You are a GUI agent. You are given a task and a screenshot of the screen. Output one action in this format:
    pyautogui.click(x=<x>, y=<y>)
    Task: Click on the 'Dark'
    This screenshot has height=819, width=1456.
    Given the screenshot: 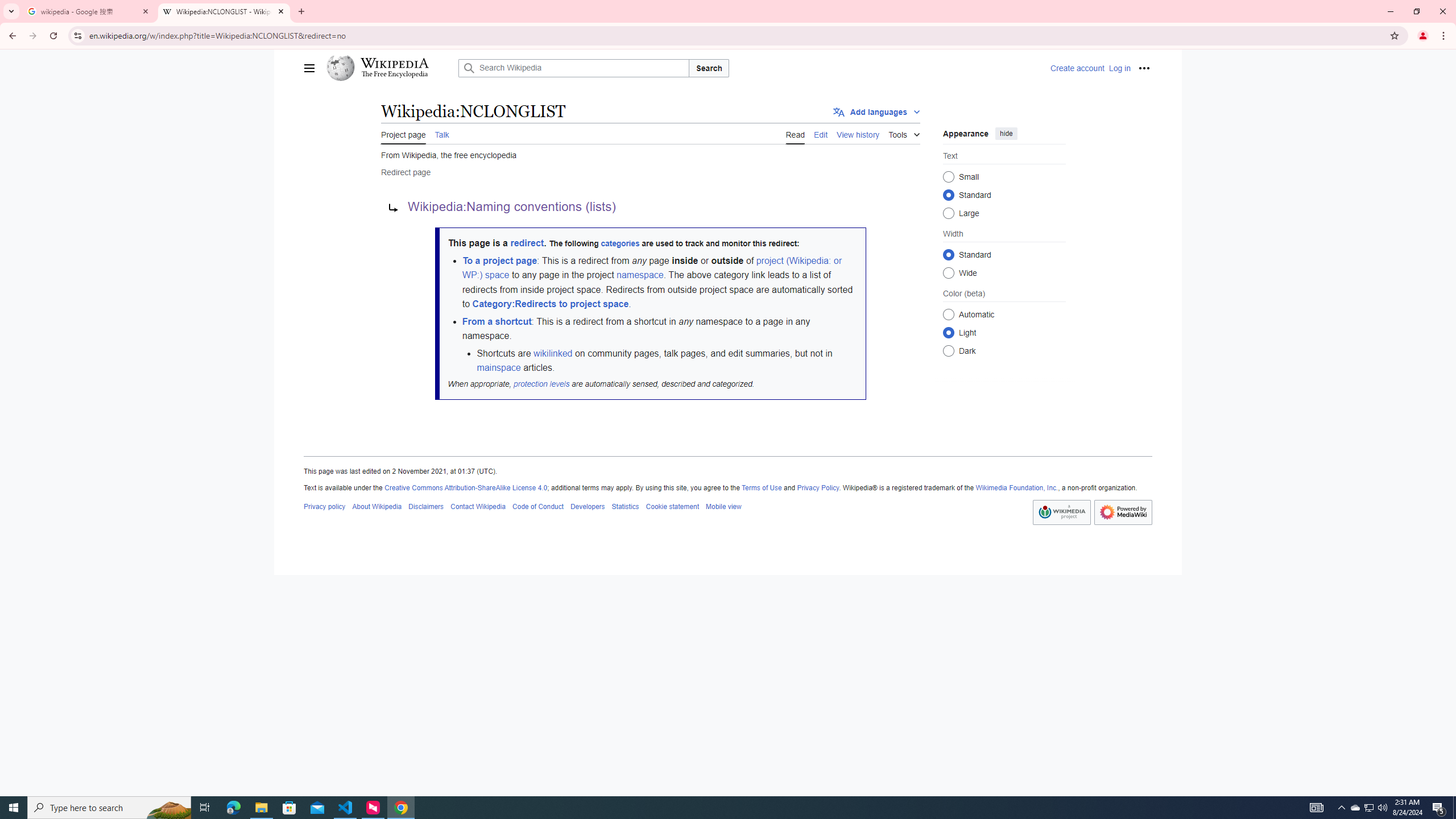 What is the action you would take?
    pyautogui.click(x=948, y=350)
    